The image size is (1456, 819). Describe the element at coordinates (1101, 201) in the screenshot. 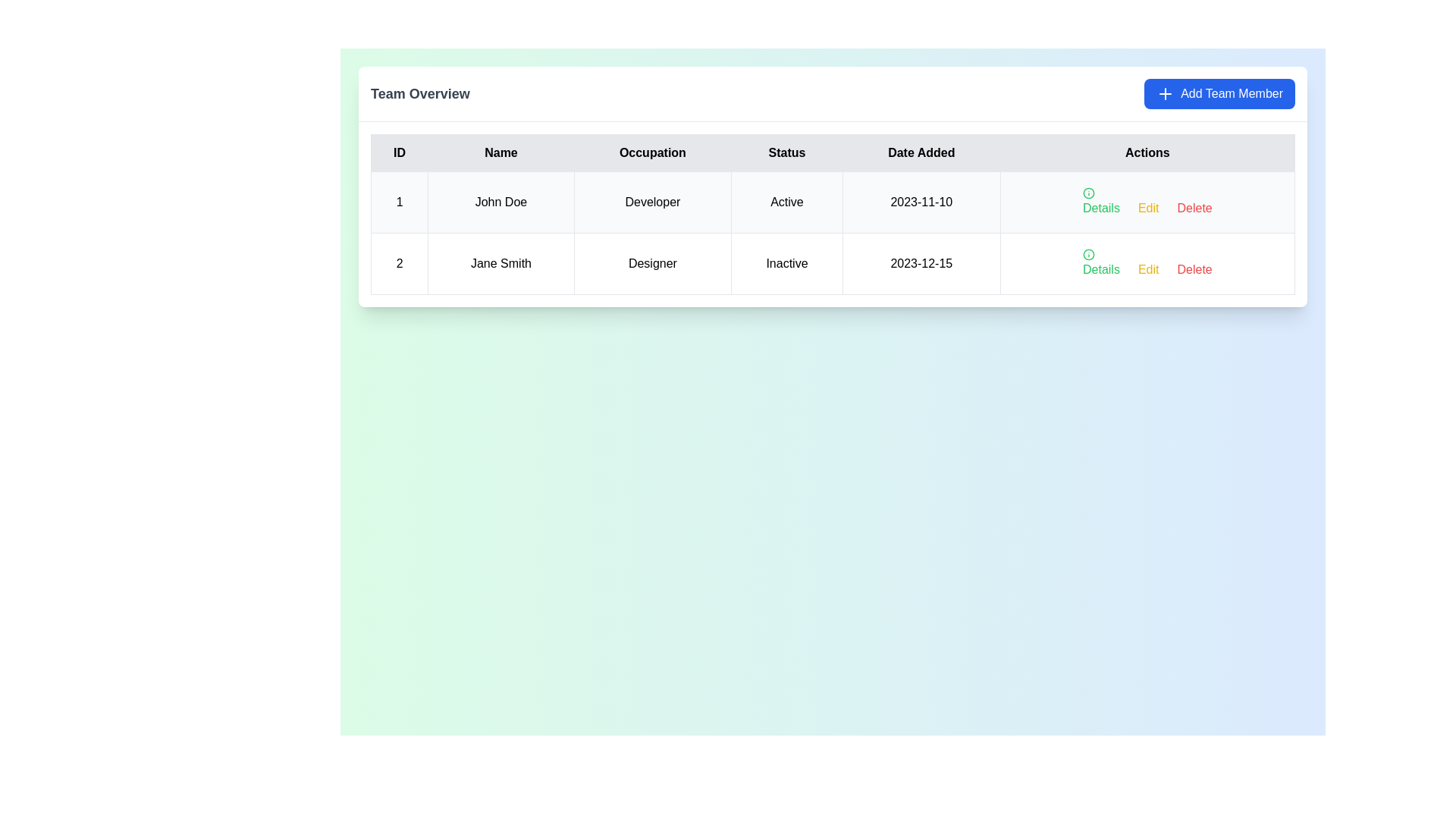

I see `the interactive Button in the 'Actions' column of the table to activate its hover effect` at that location.